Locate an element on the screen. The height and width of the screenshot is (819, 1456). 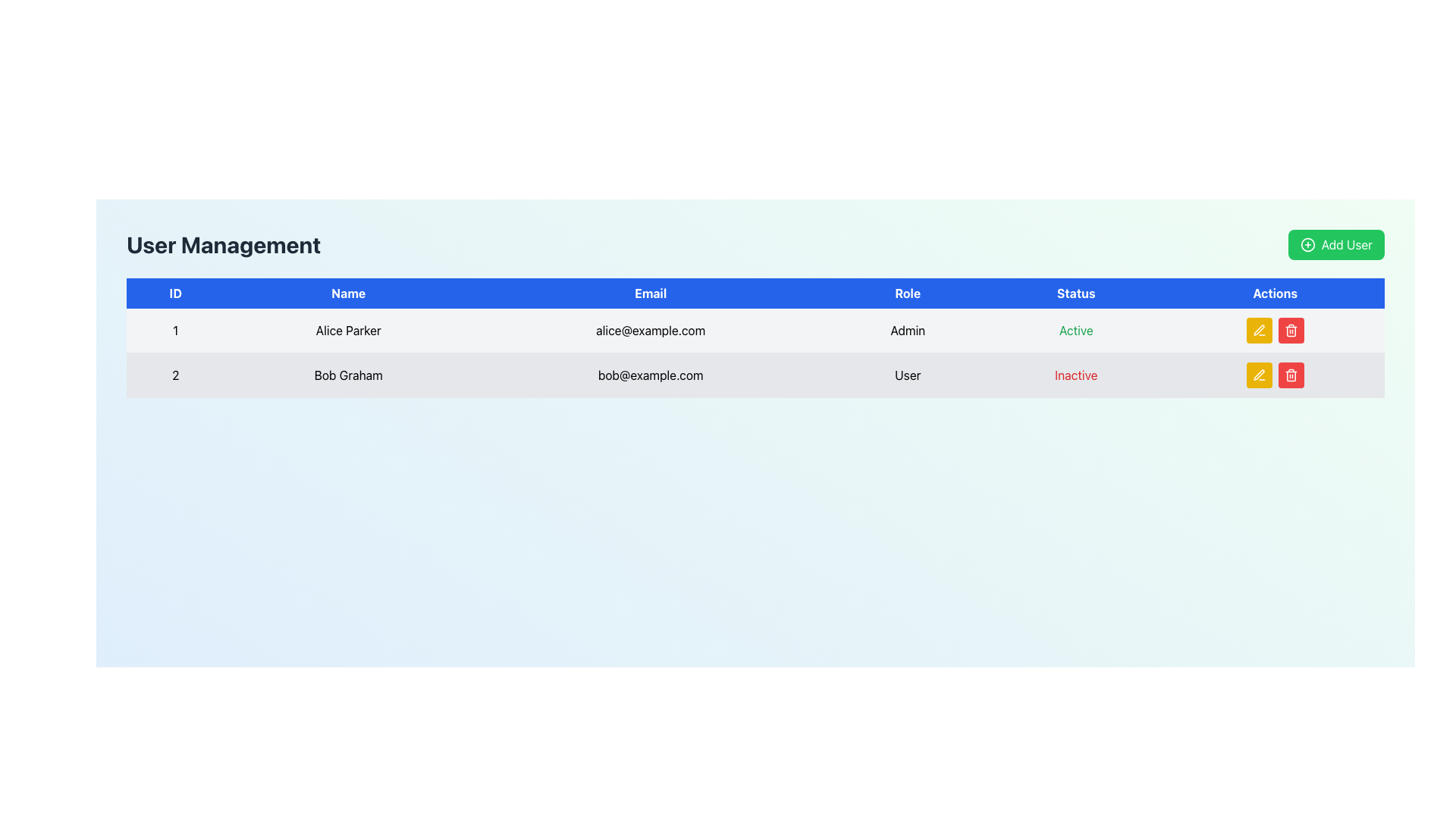
the 'Active' text label styled in green, located under the 'Status' column for 'Alice Parker' in the first row of the table is located at coordinates (1075, 330).